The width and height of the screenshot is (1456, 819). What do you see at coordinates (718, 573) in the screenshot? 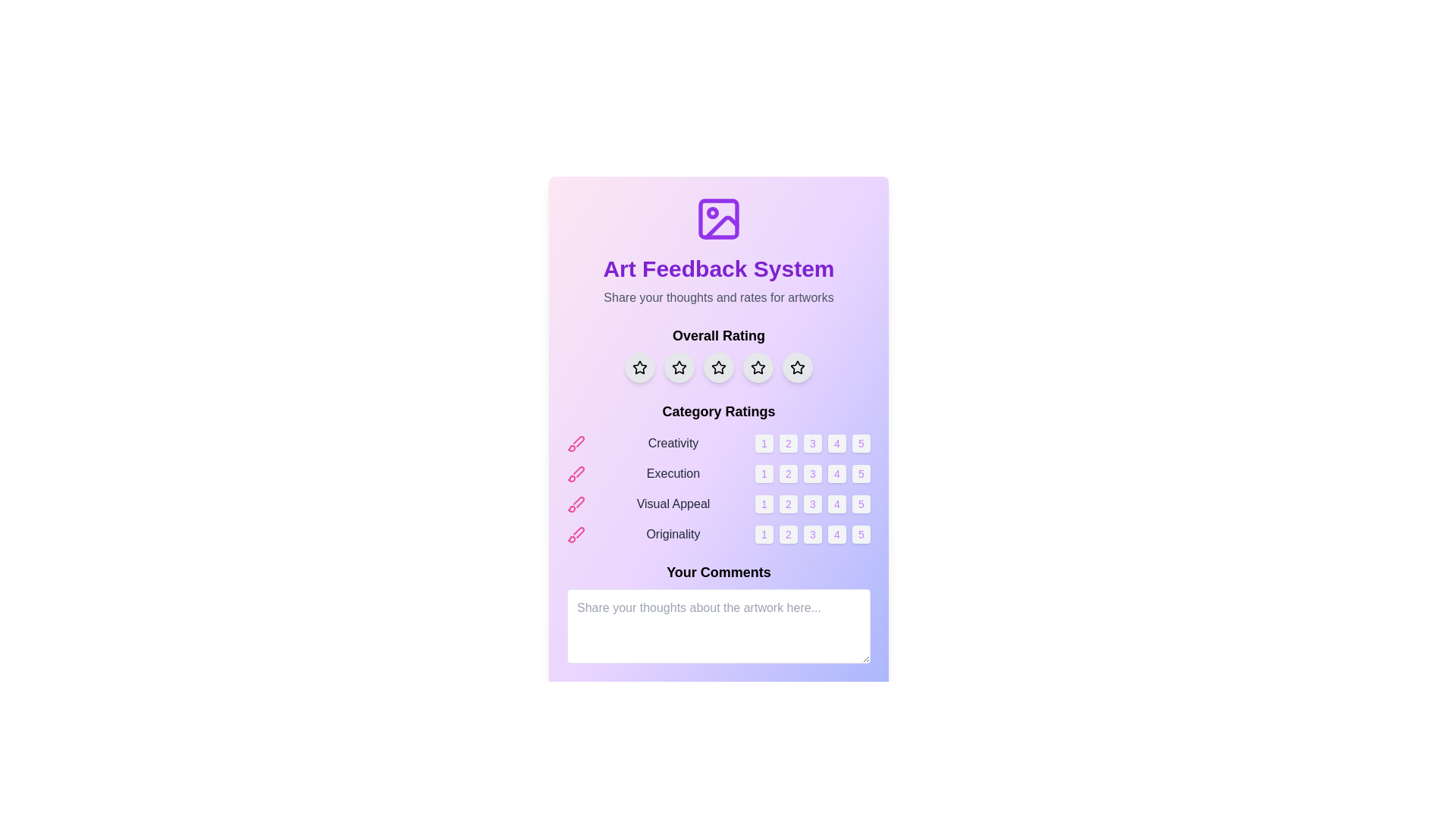
I see `the 'Your Comments' static text label, which is styled in bold and large typography, located above the comment input field` at bounding box center [718, 573].